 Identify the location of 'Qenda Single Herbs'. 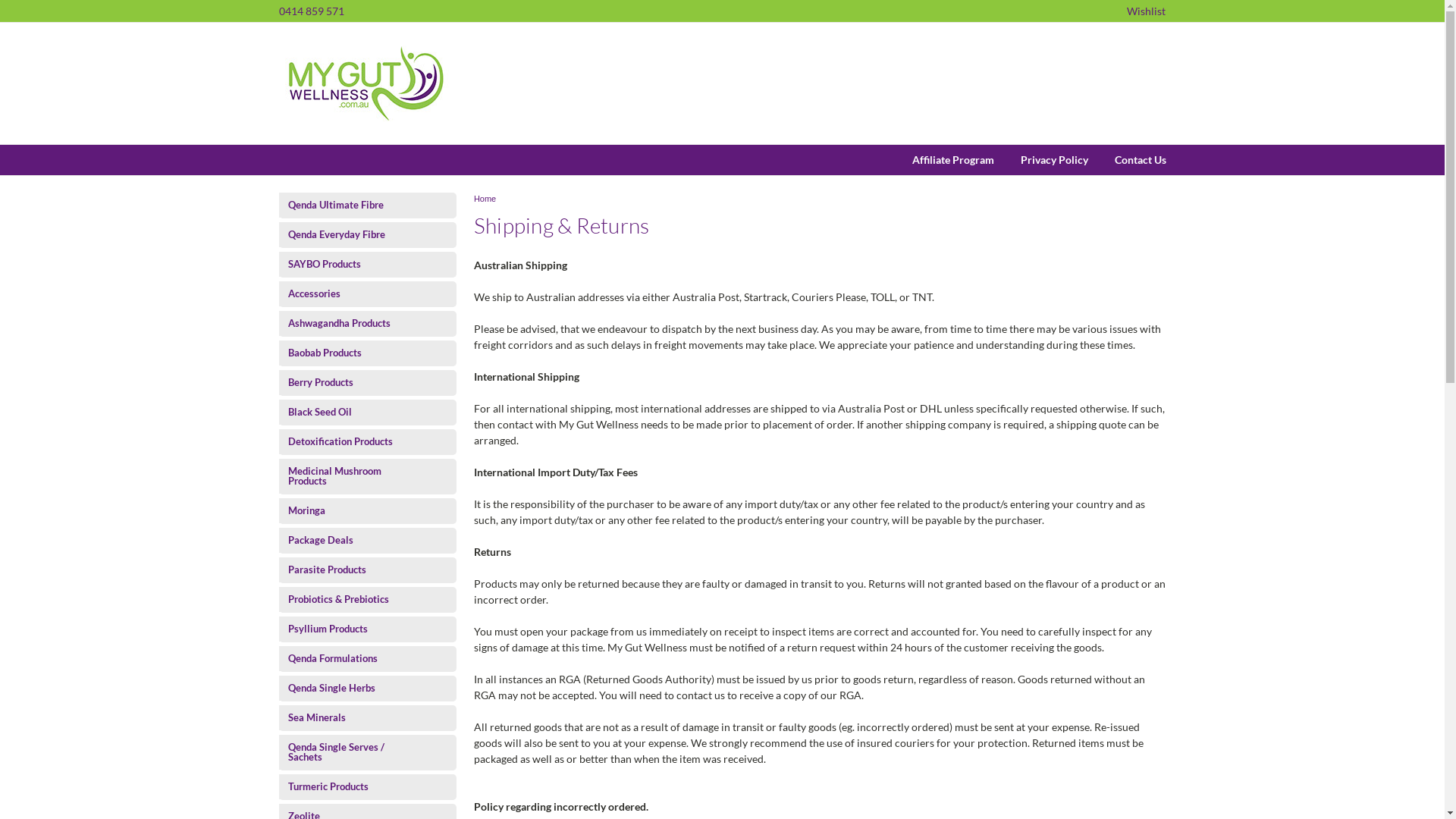
(279, 688).